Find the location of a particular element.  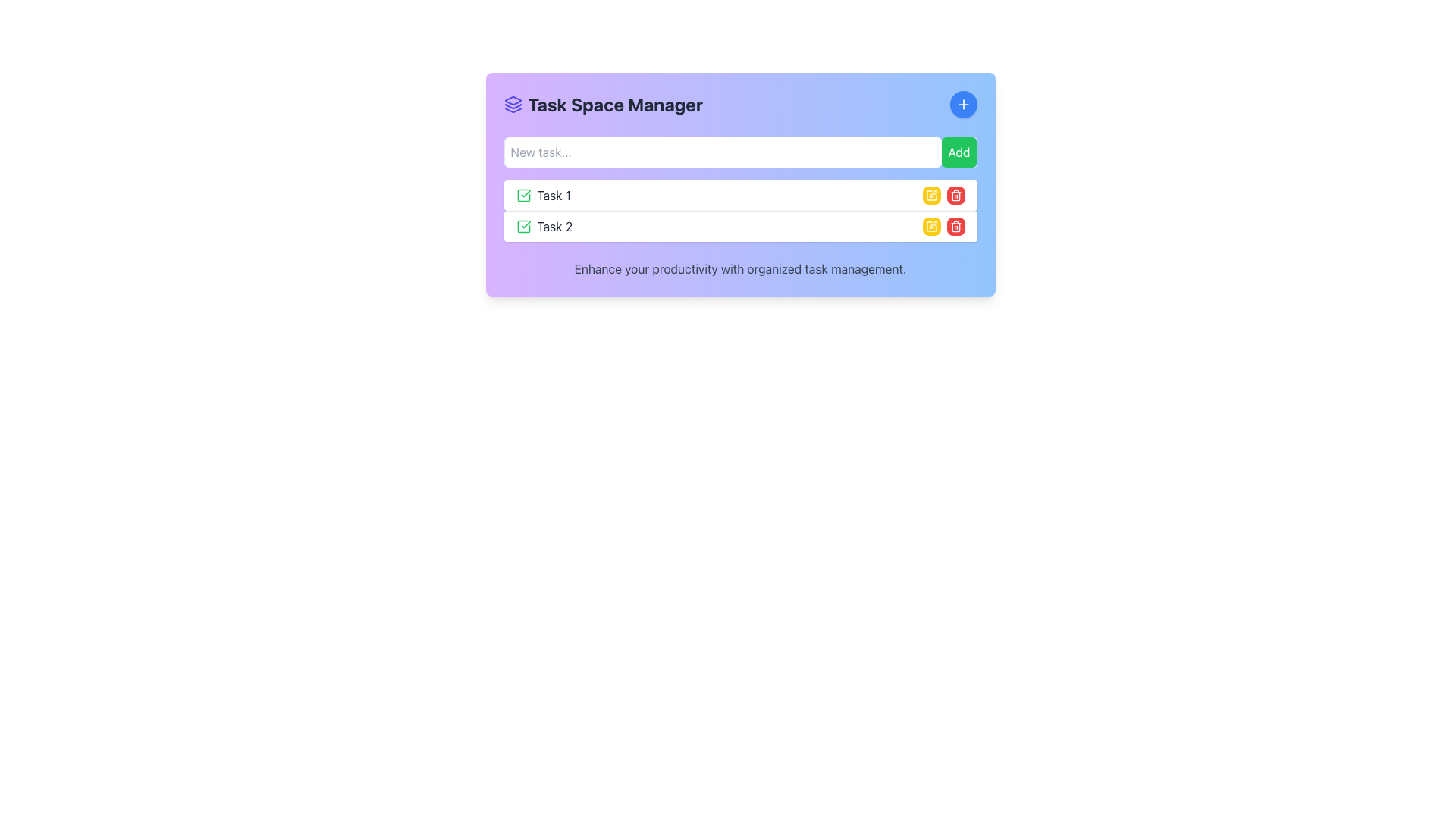

the text element that reads 'Enhance your productivity with organized task management.' which is centered at the bottom of the card is located at coordinates (740, 268).